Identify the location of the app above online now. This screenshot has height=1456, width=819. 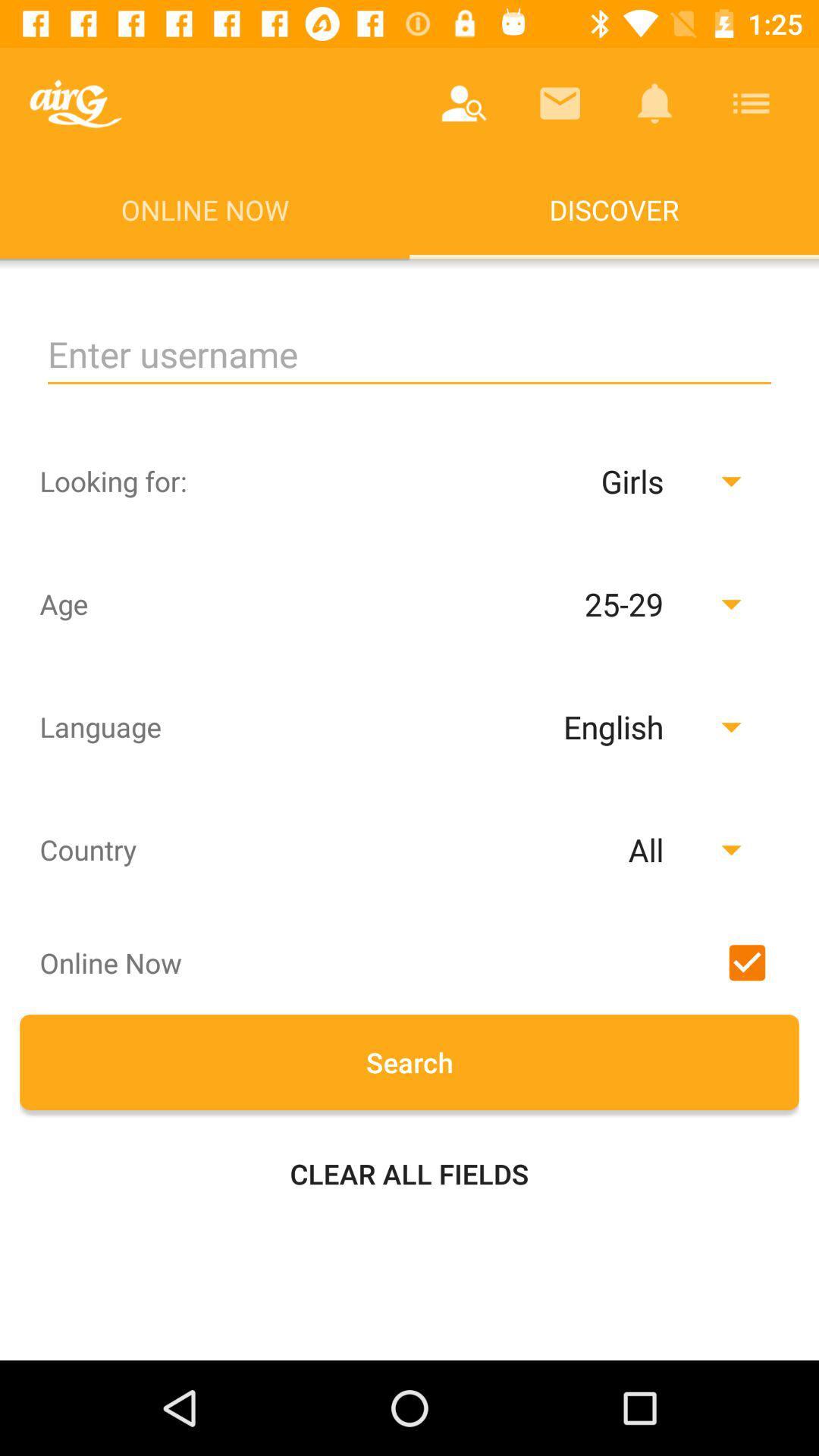
(463, 102).